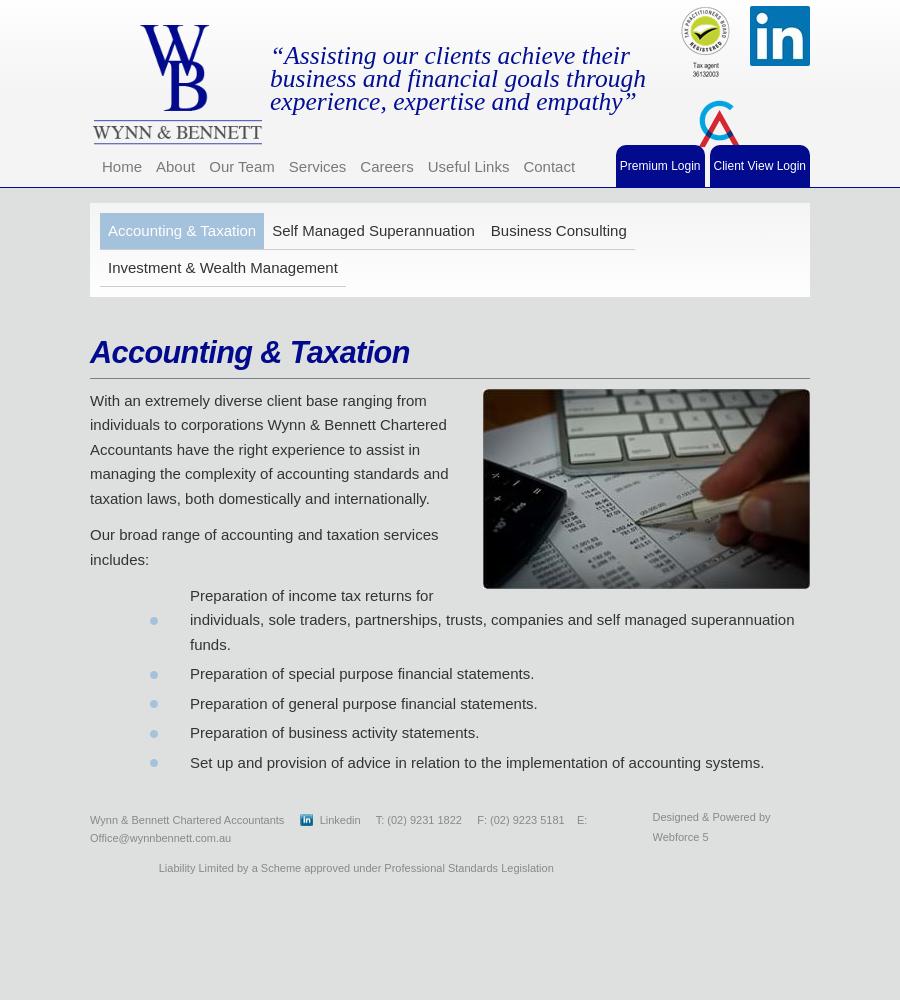 Image resolution: width=900 pixels, height=1000 pixels. I want to click on 'Linkedin', so click(341, 818).